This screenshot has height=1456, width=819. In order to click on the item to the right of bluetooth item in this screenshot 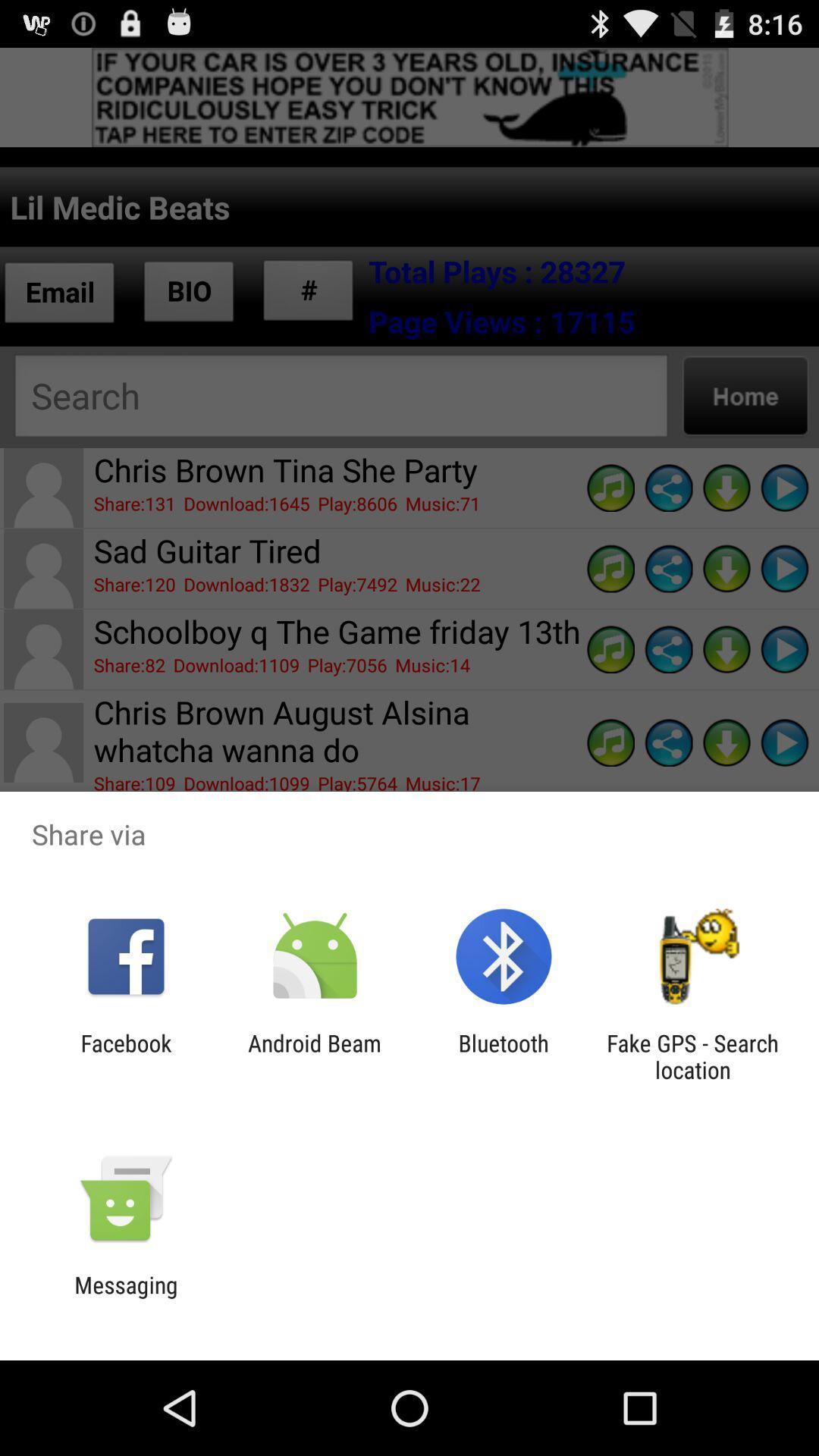, I will do `click(692, 1056)`.